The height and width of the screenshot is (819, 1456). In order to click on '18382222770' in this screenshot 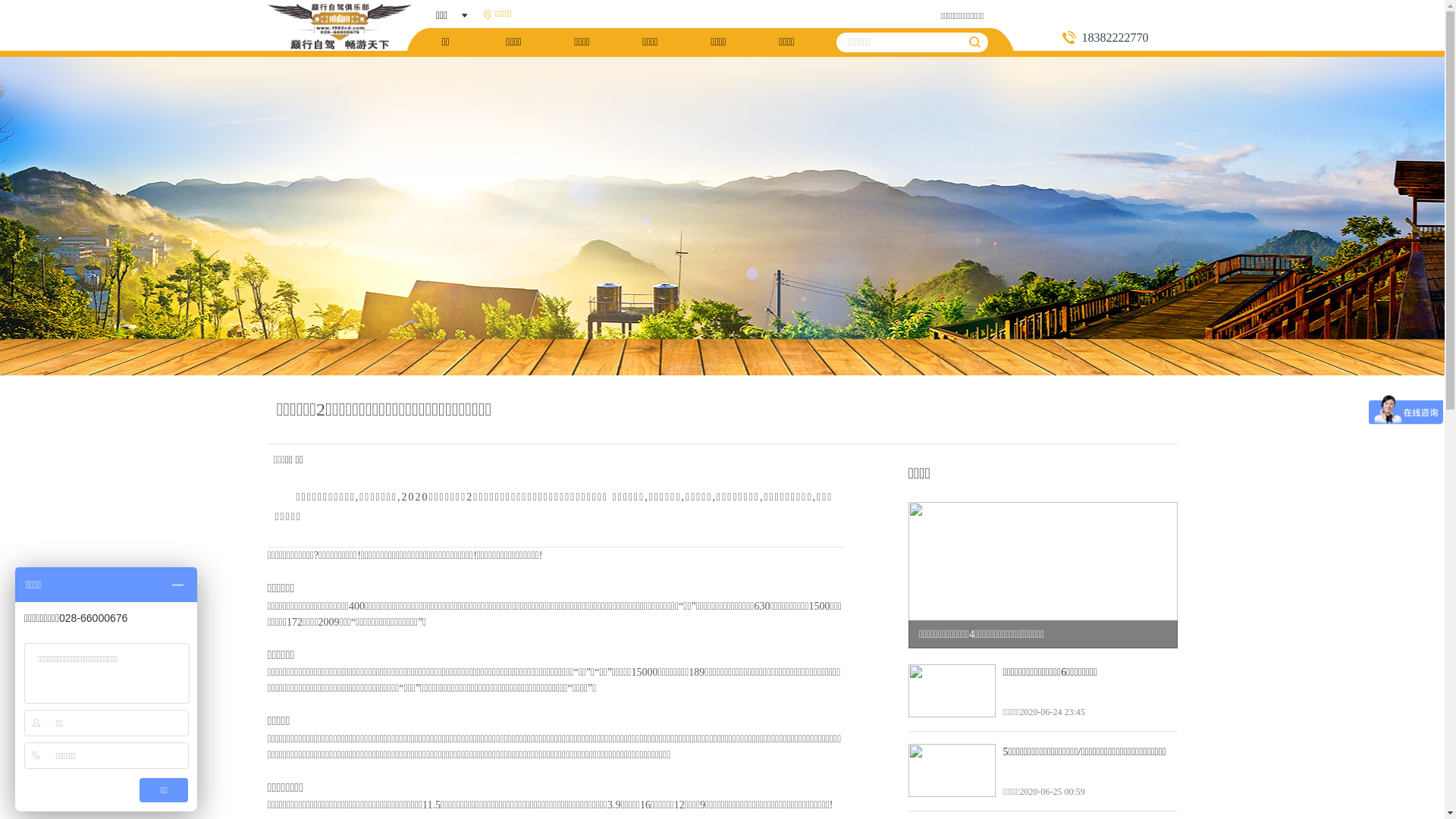, I will do `click(1119, 36)`.